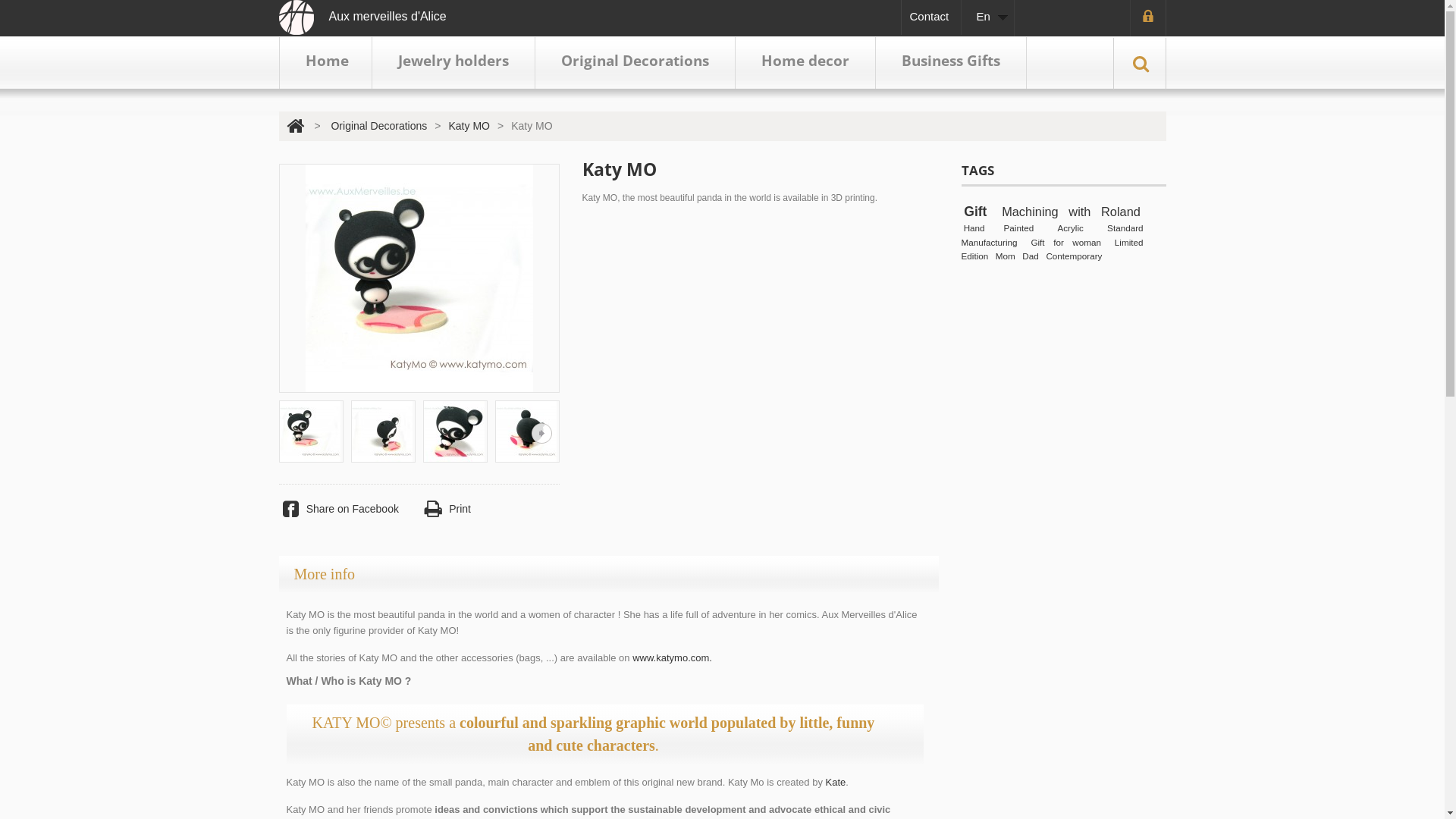  What do you see at coordinates (1069, 228) in the screenshot?
I see `'Acrylic'` at bounding box center [1069, 228].